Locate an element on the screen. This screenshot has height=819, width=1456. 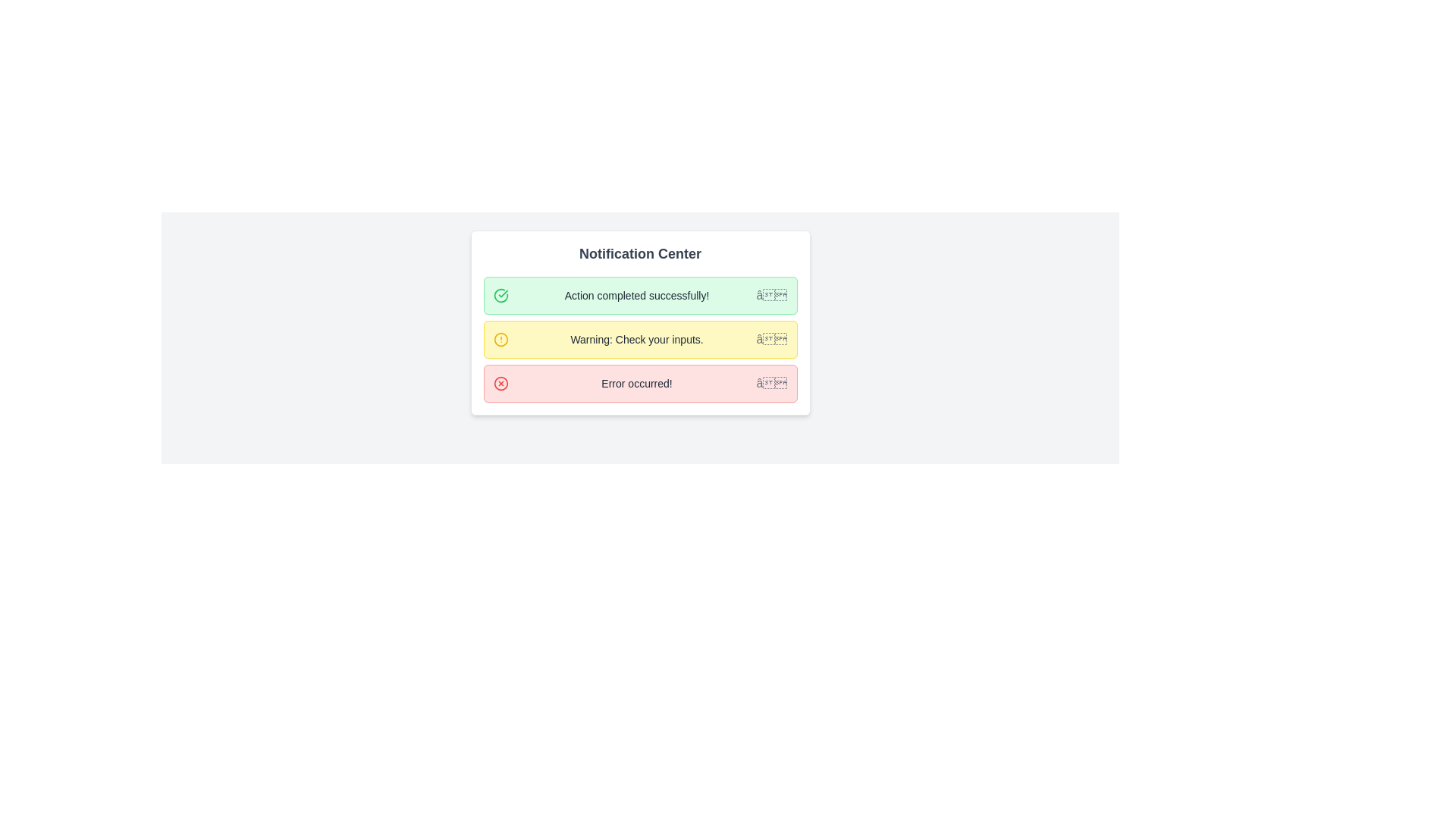
the text block displaying 'Error occurred!' in gray color, which is part of the third notification box in the 'Notification Center' is located at coordinates (637, 382).